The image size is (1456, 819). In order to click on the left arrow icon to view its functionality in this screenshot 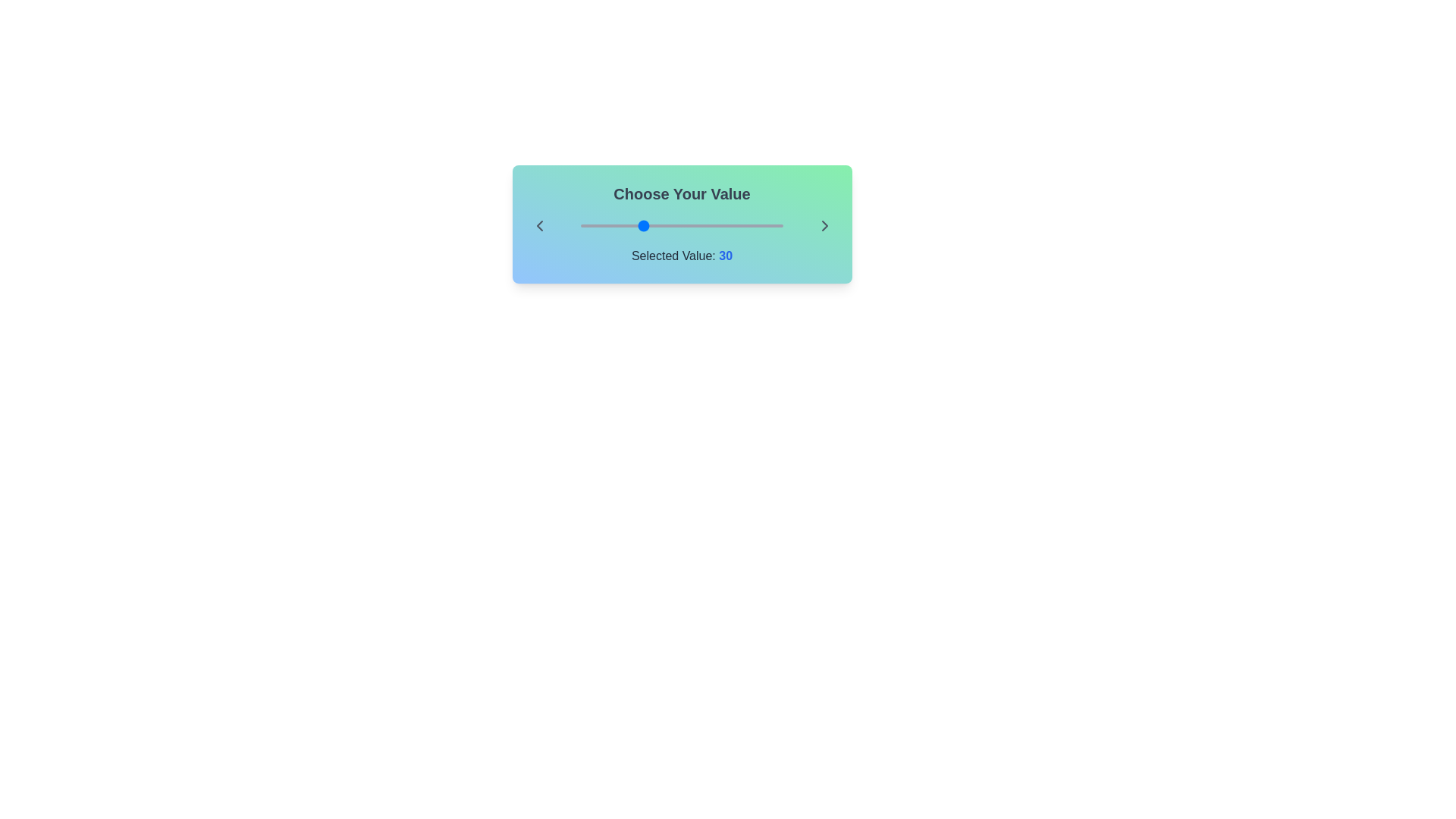, I will do `click(539, 225)`.